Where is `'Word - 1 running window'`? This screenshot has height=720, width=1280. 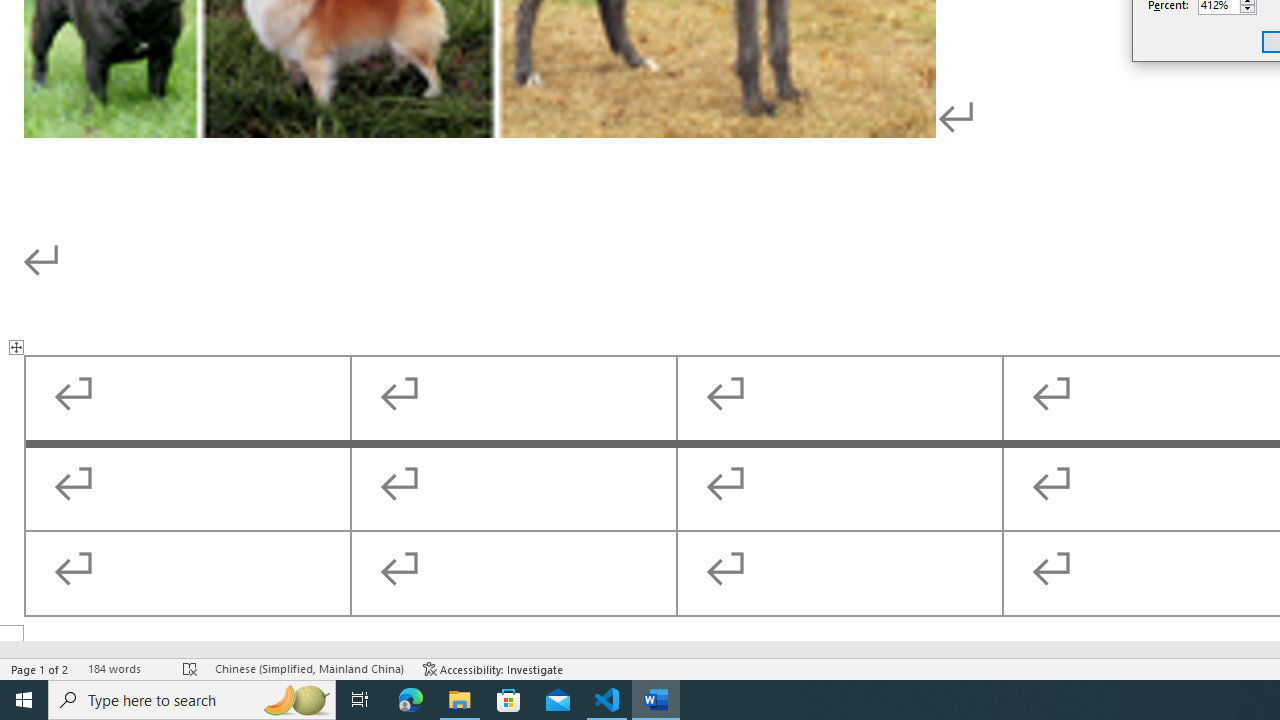
'Word - 1 running window' is located at coordinates (656, 698).